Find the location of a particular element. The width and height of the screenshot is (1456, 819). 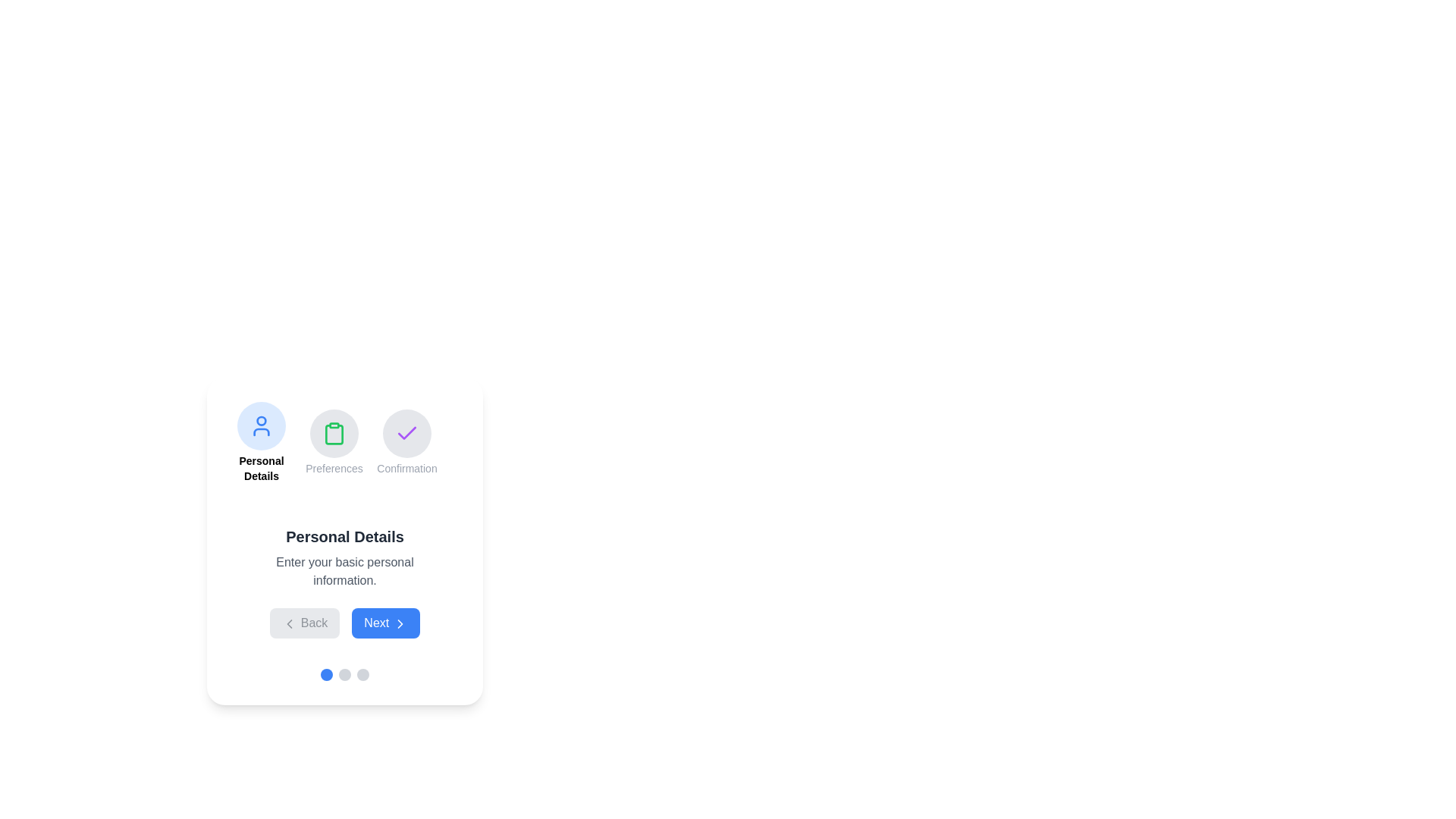

the top circular component of the user icon that indicates the current step in the multi-step process, highlighting 'Personal Details.' is located at coordinates (262, 421).